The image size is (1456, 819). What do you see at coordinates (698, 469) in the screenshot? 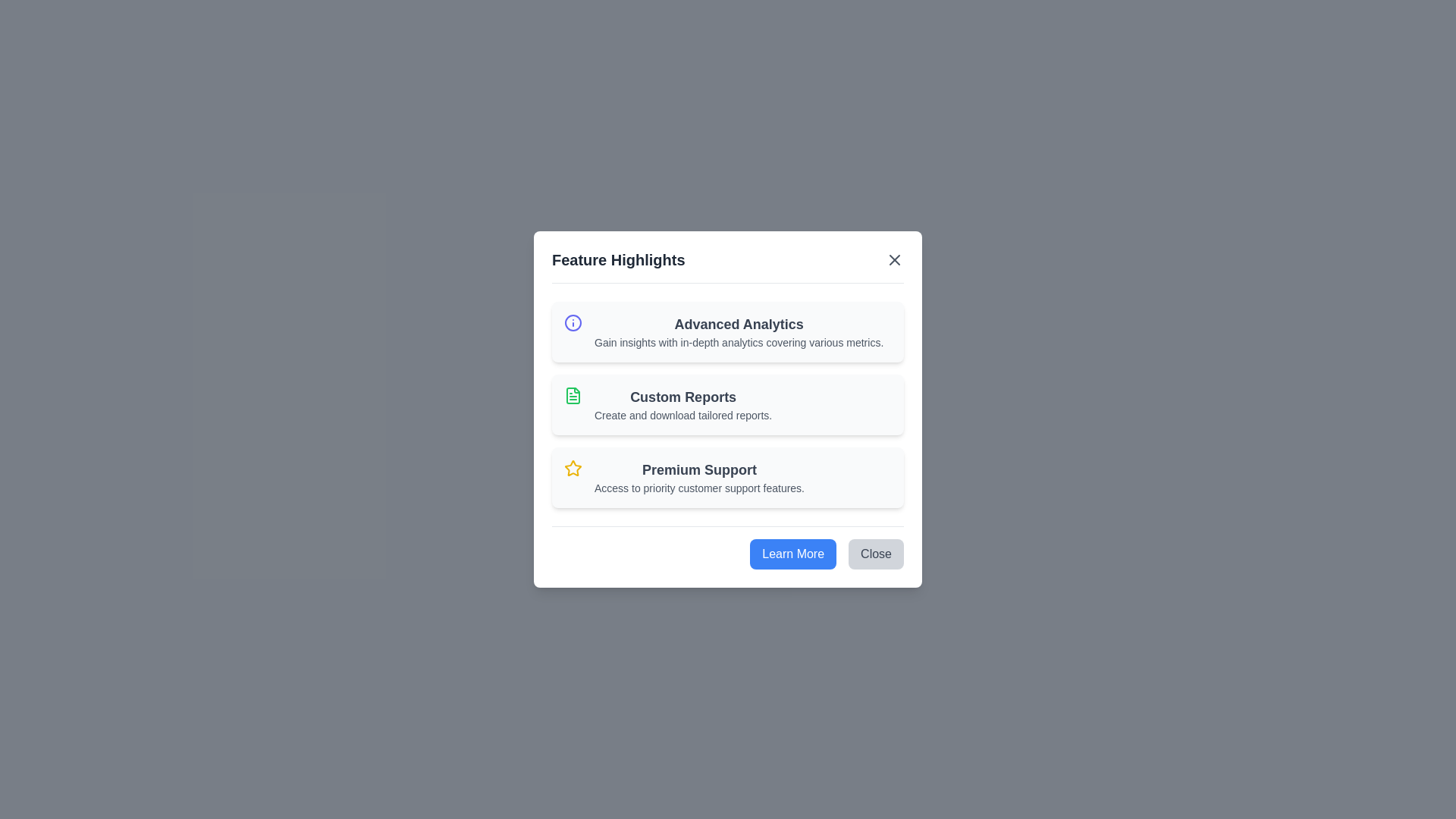
I see `the Premium Support title text label, which is visually distinct and positioned in the center of the modal view, above the description text` at bounding box center [698, 469].